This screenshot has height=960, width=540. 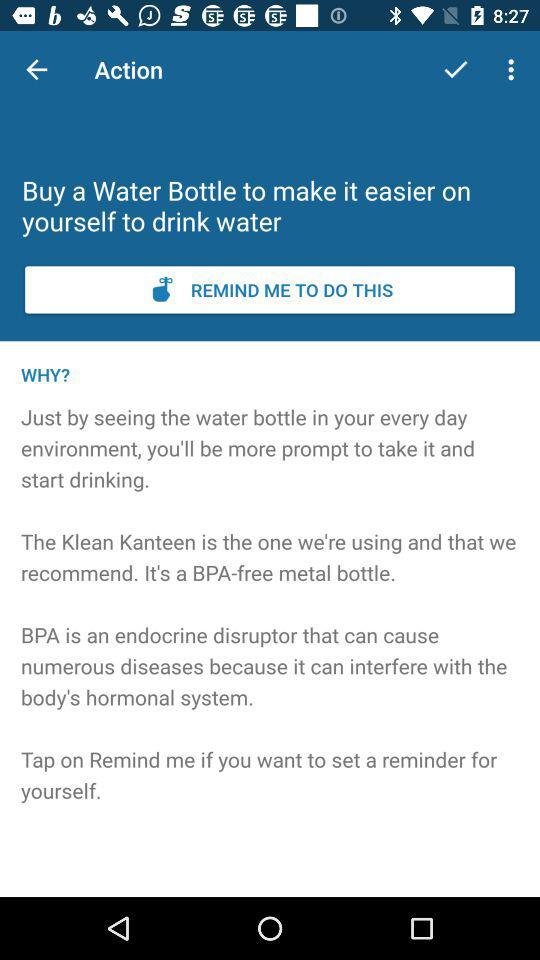 What do you see at coordinates (455, 69) in the screenshot?
I see `the item above buy a water icon` at bounding box center [455, 69].